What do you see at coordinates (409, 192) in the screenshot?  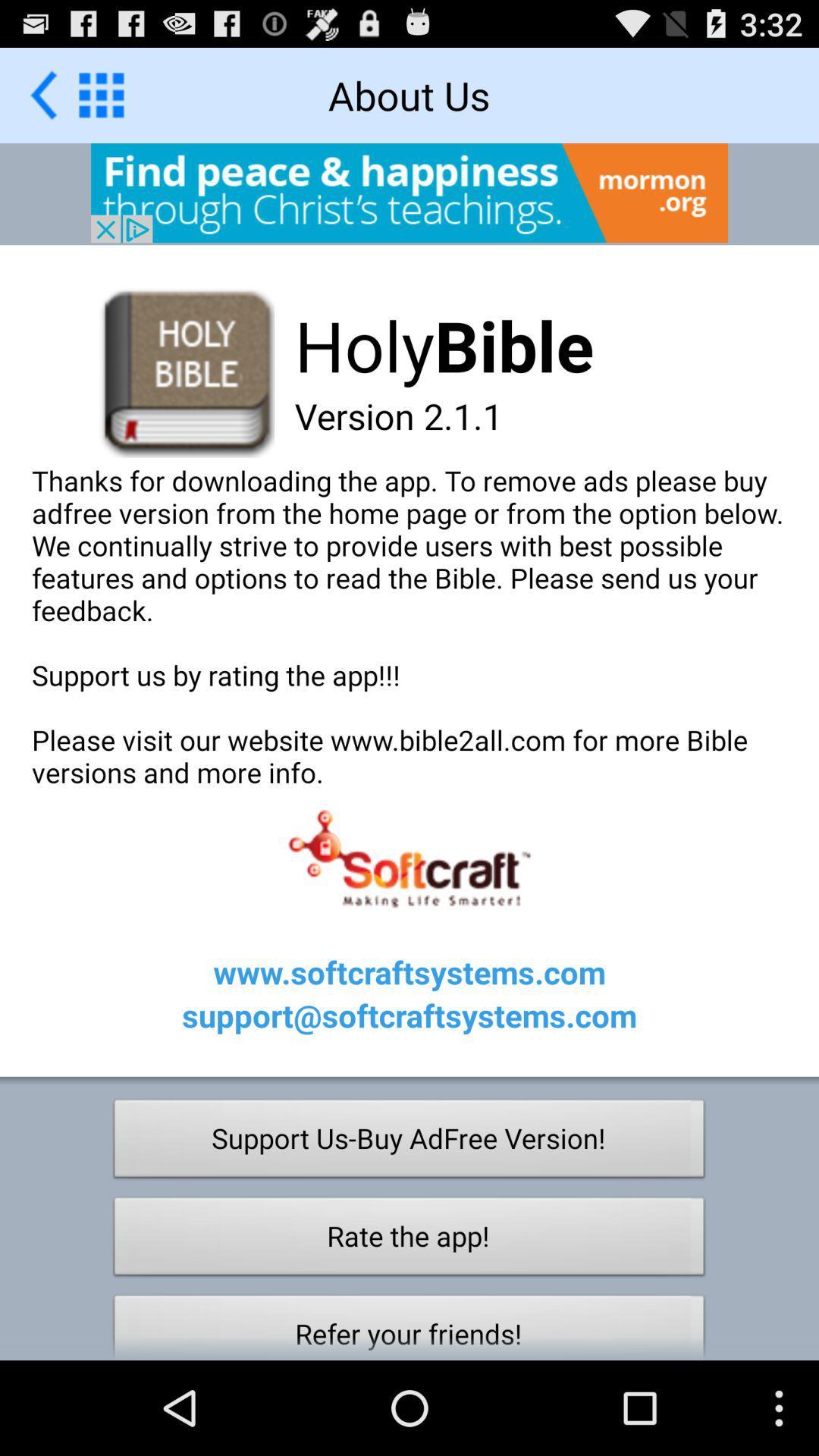 I see `open mormon.org advertisement website` at bounding box center [409, 192].